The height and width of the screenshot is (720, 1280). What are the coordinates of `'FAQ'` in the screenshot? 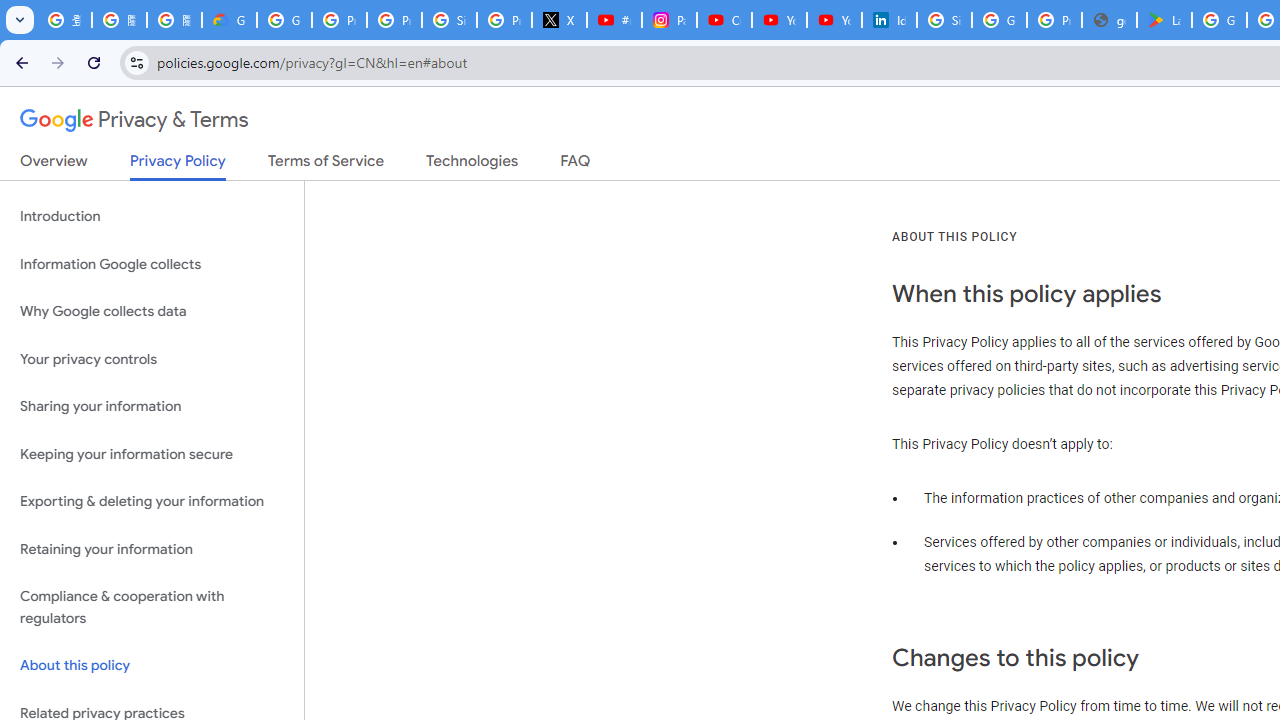 It's located at (575, 164).